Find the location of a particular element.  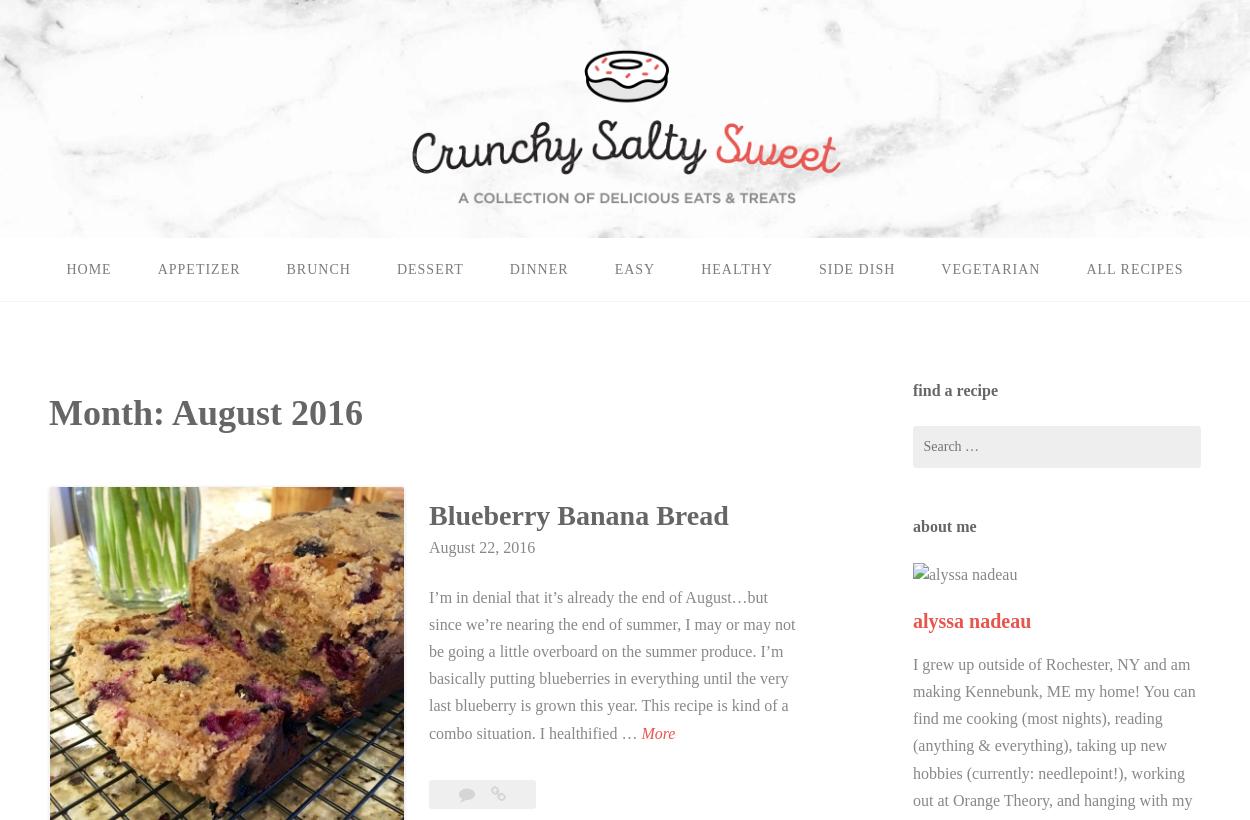

'A collection of delicious eats and treats' is located at coordinates (23, 64).